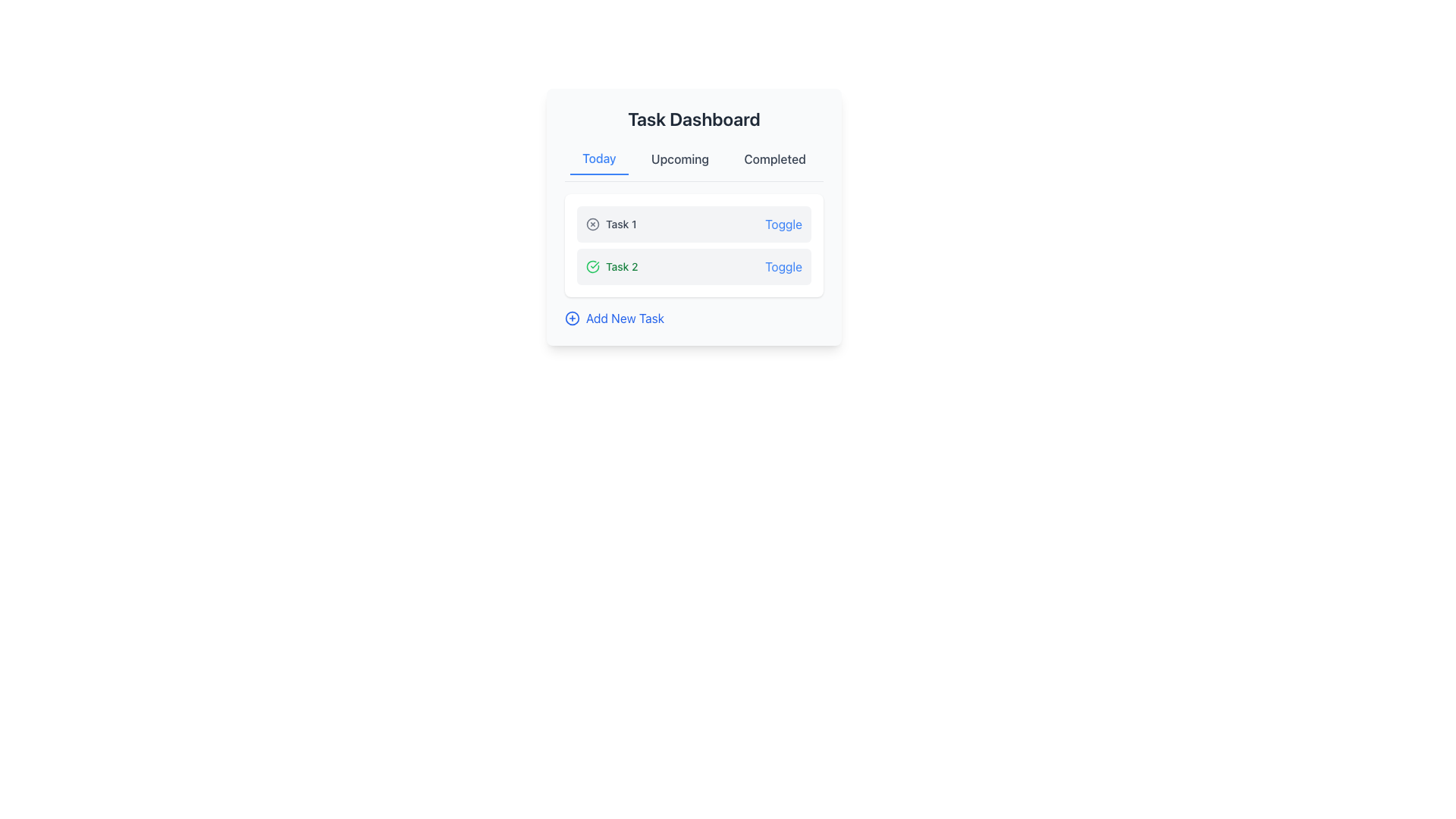 This screenshot has height=819, width=1456. What do you see at coordinates (783, 224) in the screenshot?
I see `the interactive toggle link located in the upper-right section of the light gray box for 'Task 1'` at bounding box center [783, 224].